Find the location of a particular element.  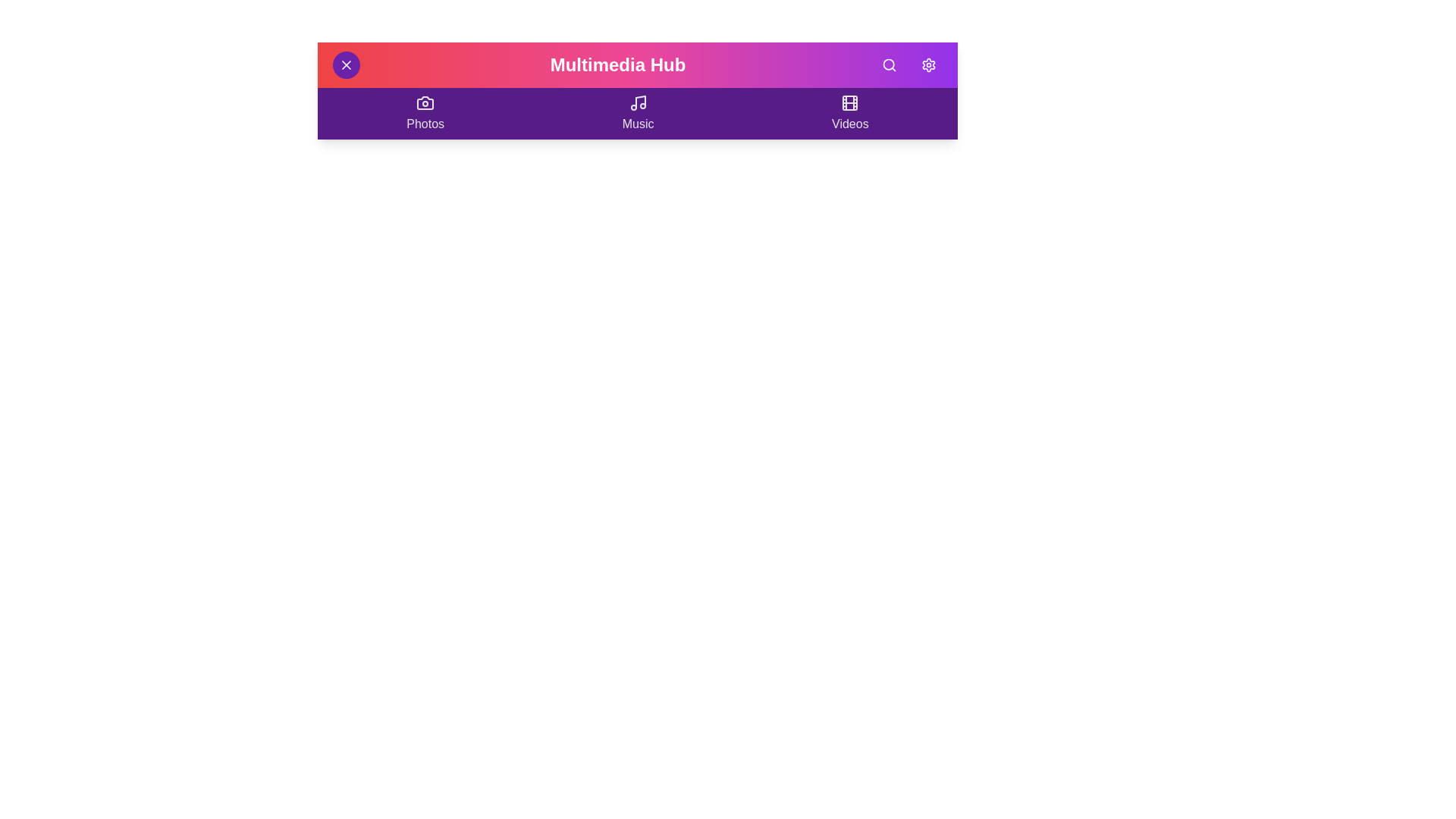

the toggle button to change the menu visibility is located at coordinates (345, 64).